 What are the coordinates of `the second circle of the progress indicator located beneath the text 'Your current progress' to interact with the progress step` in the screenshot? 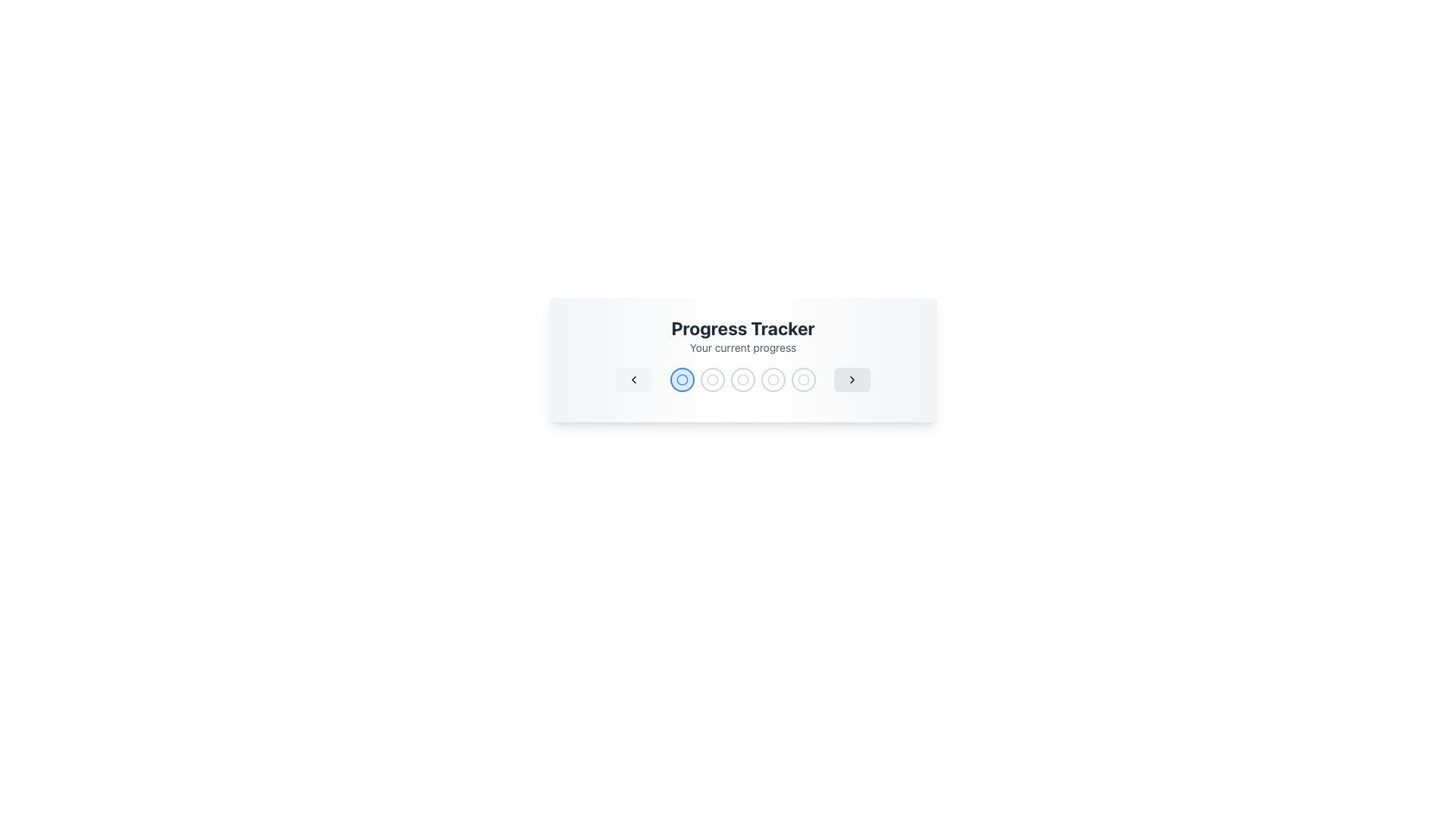 It's located at (682, 379).